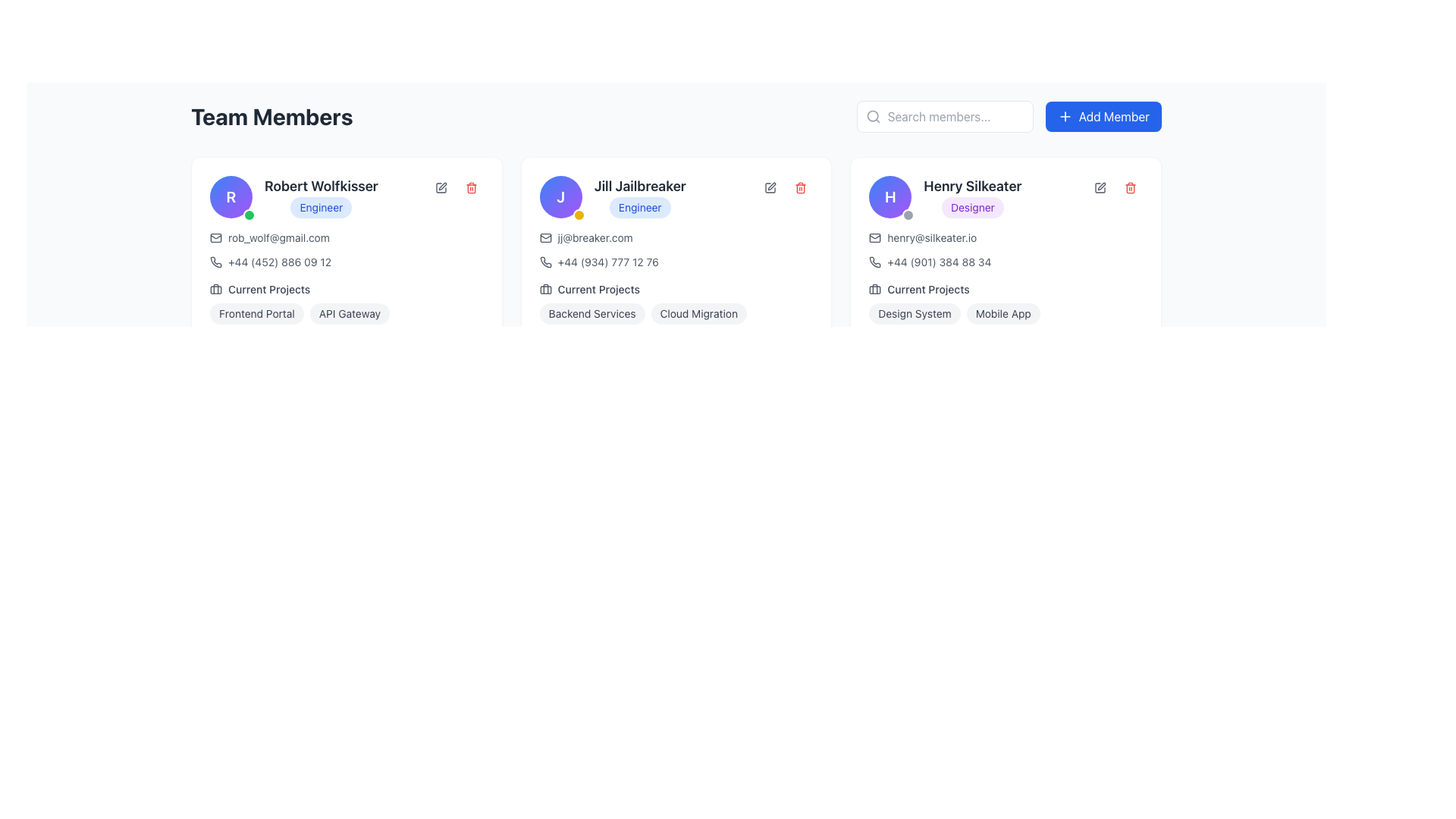 The width and height of the screenshot is (1456, 819). What do you see at coordinates (578, 215) in the screenshot?
I see `the small circular badge with a yellow background and white border located at the bottom-right corner of the larger circle containing the letter 'J' on the card component for Jill Jailbreaker` at bounding box center [578, 215].